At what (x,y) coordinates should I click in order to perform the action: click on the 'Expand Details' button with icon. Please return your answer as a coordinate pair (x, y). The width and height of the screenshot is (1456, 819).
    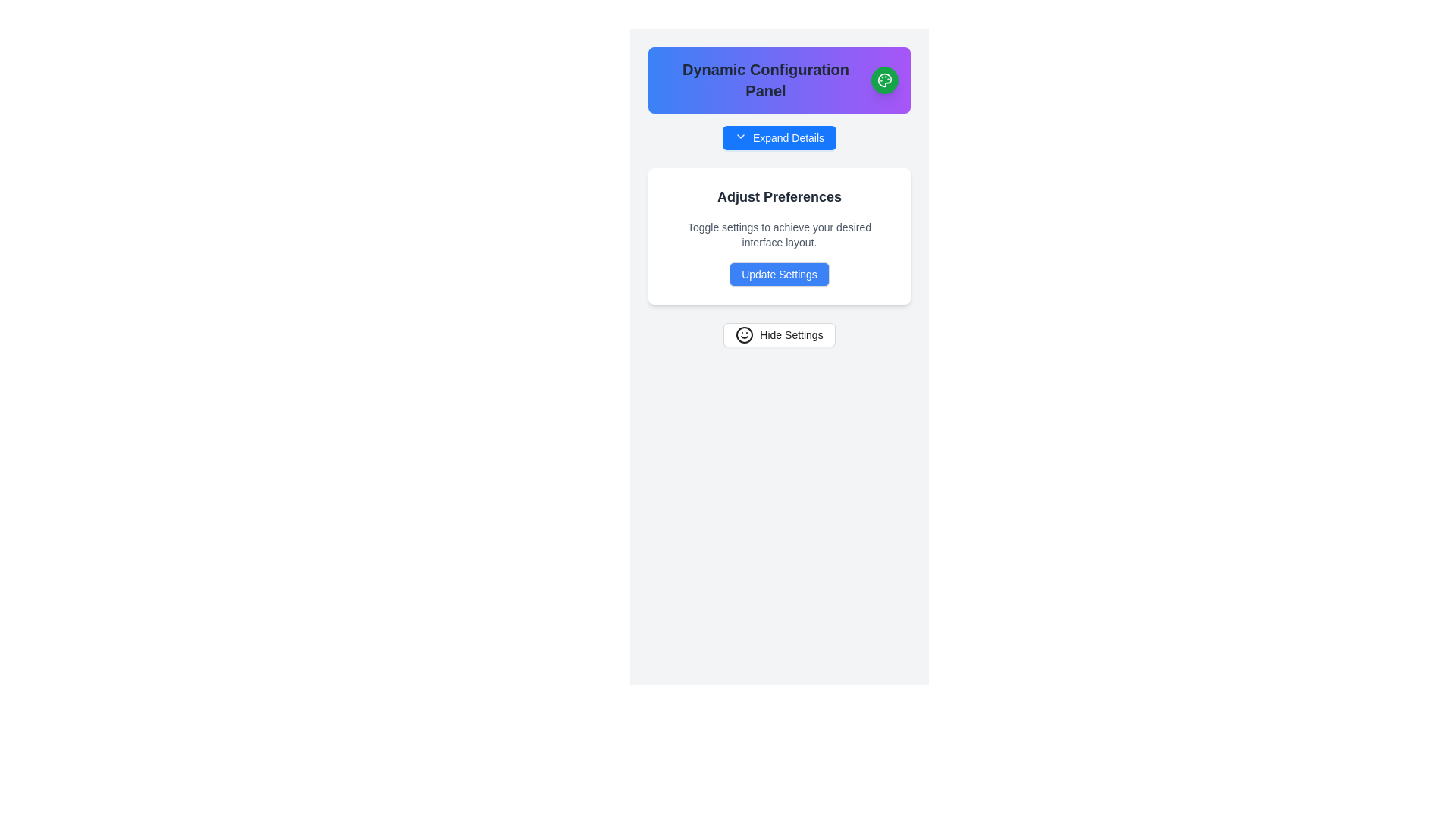
    Looking at the image, I should click on (740, 137).